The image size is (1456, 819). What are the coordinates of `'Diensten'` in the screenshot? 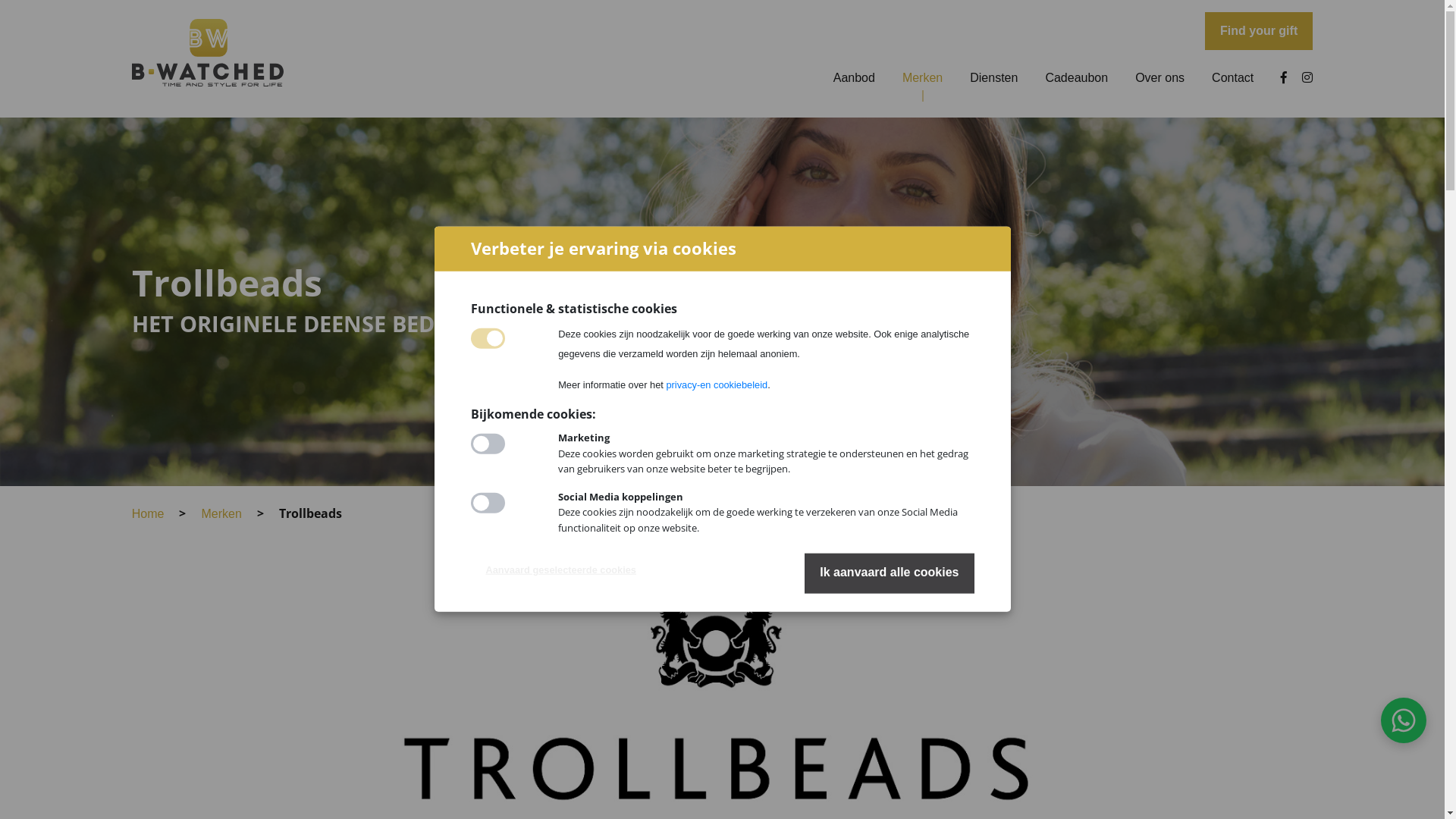 It's located at (993, 77).